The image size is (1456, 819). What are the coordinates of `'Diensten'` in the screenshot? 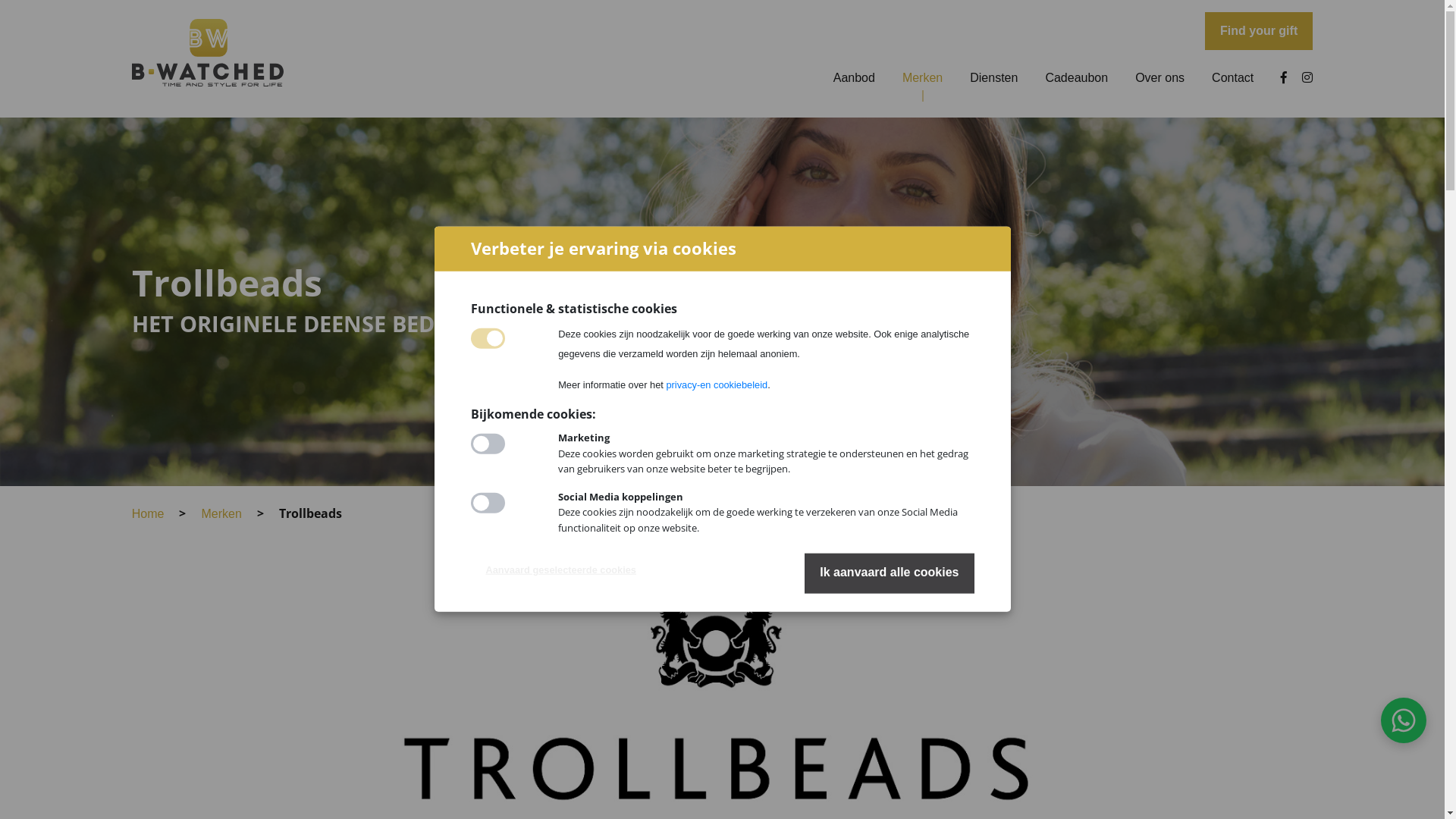 It's located at (993, 77).